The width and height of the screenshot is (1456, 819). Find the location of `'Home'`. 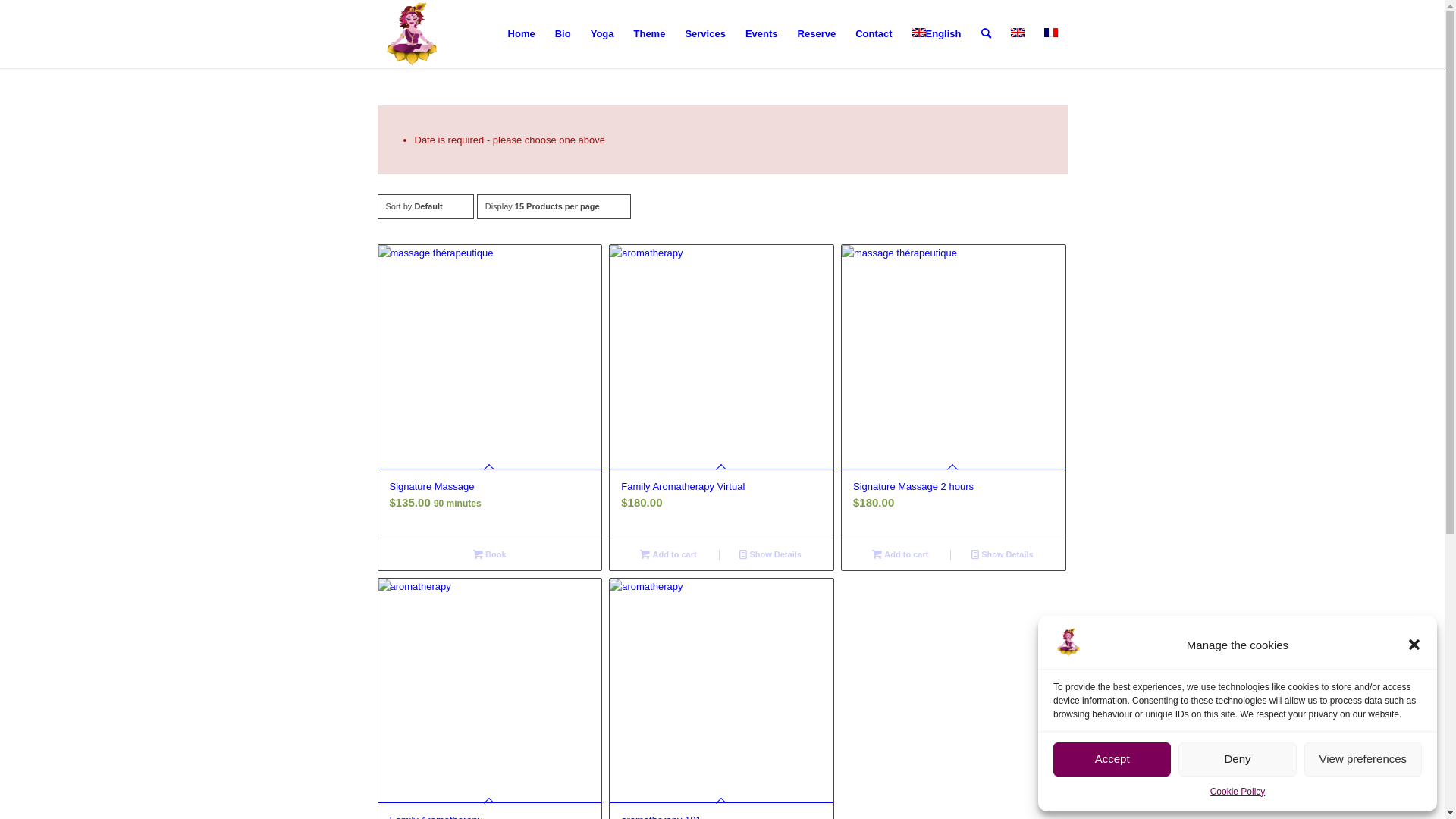

'Home' is located at coordinates (521, 34).